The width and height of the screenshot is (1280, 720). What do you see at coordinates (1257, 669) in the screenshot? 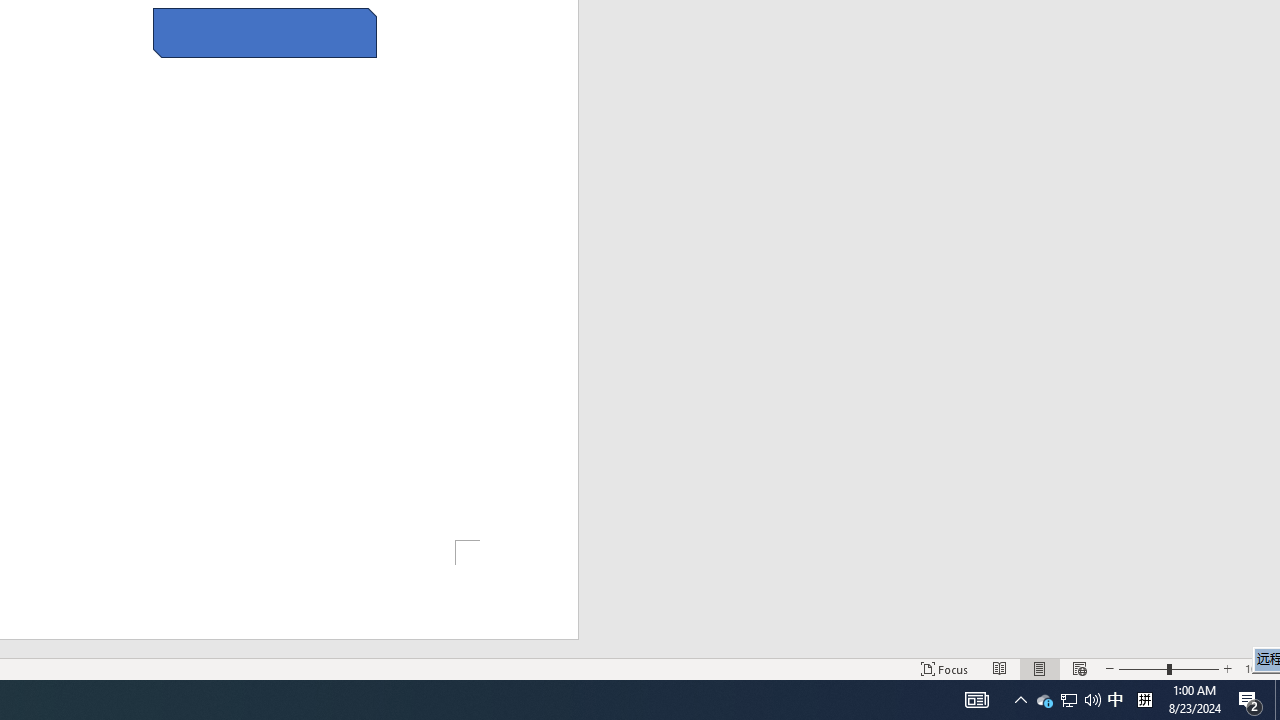
I see `'Zoom 104%'` at bounding box center [1257, 669].